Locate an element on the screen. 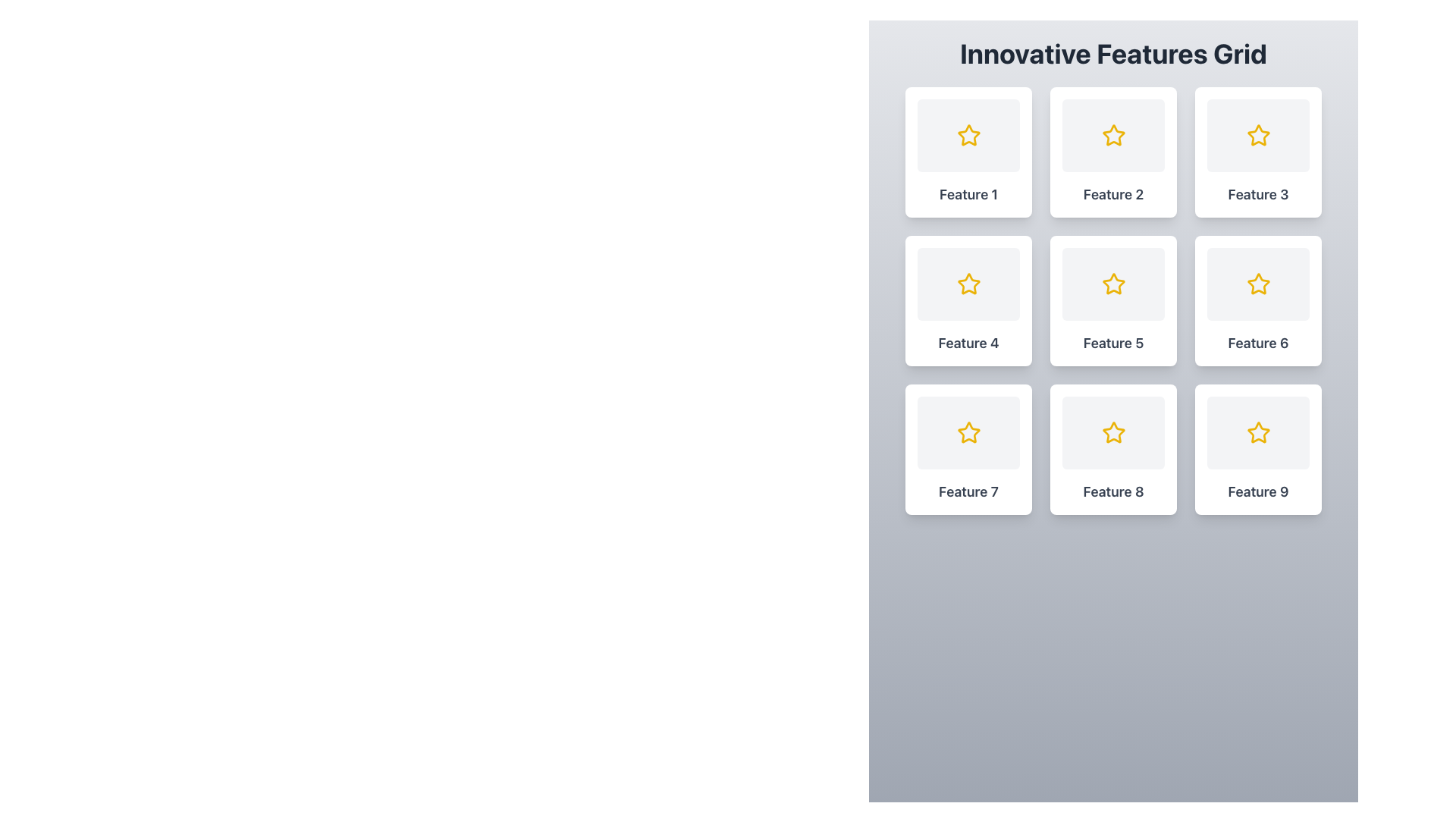 This screenshot has width=1456, height=819. the symbolic feature icon located in the second cell of the first row under 'Innovative Features Grid' is located at coordinates (1113, 134).